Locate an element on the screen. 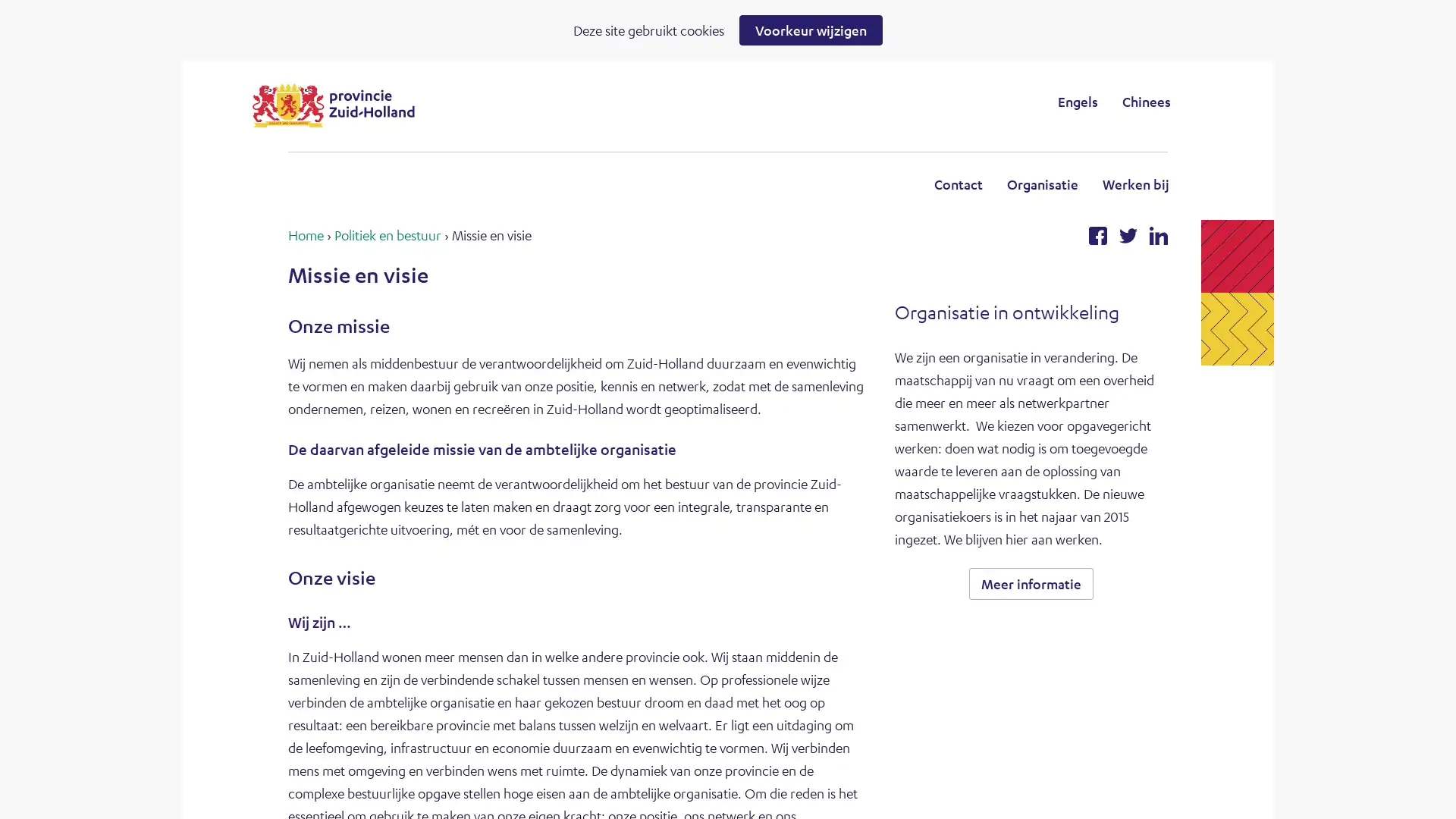  Zoeken is located at coordinates (852, 101).